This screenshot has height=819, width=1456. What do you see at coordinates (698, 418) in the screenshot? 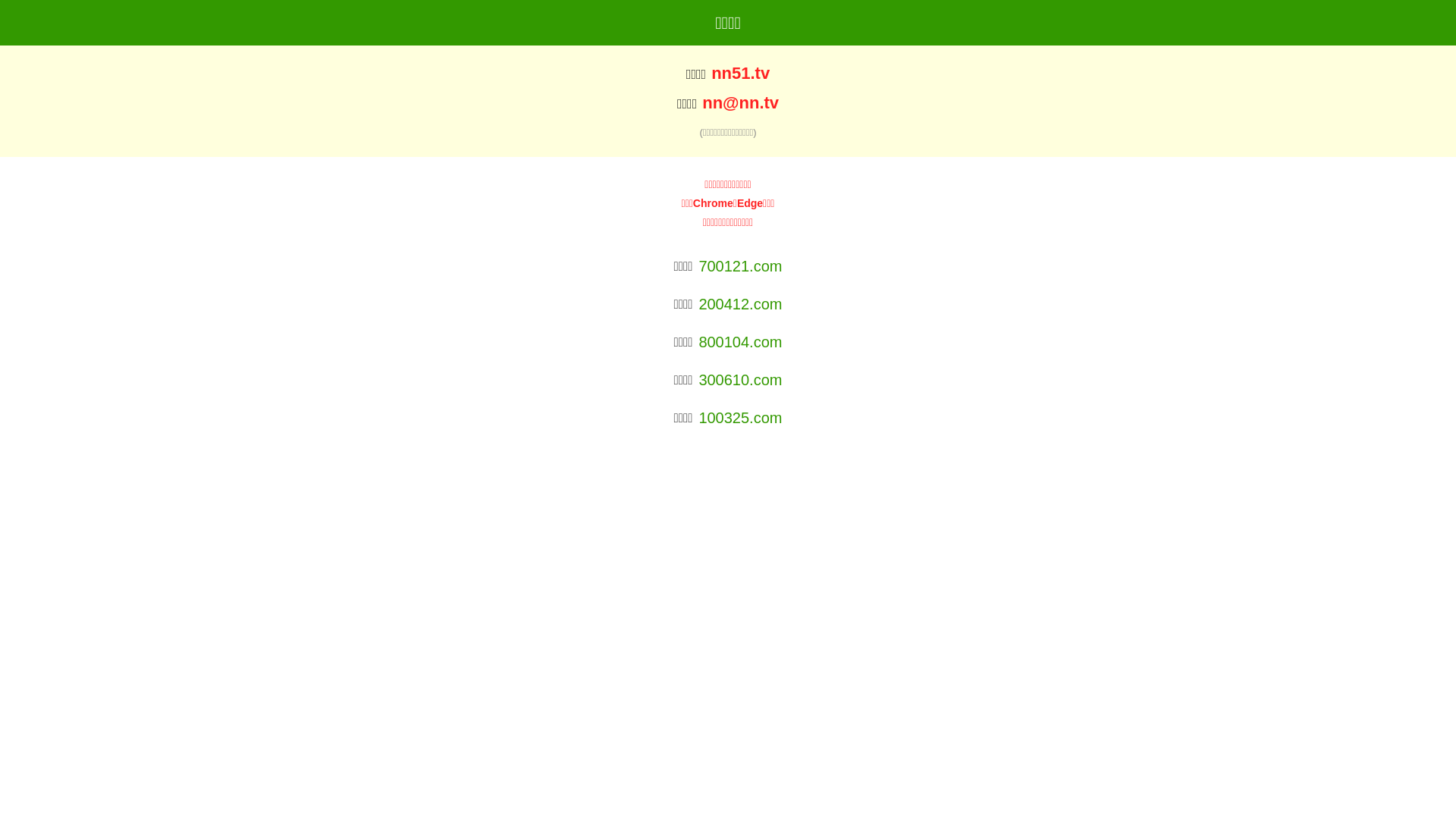
I see `'100325.com'` at bounding box center [698, 418].